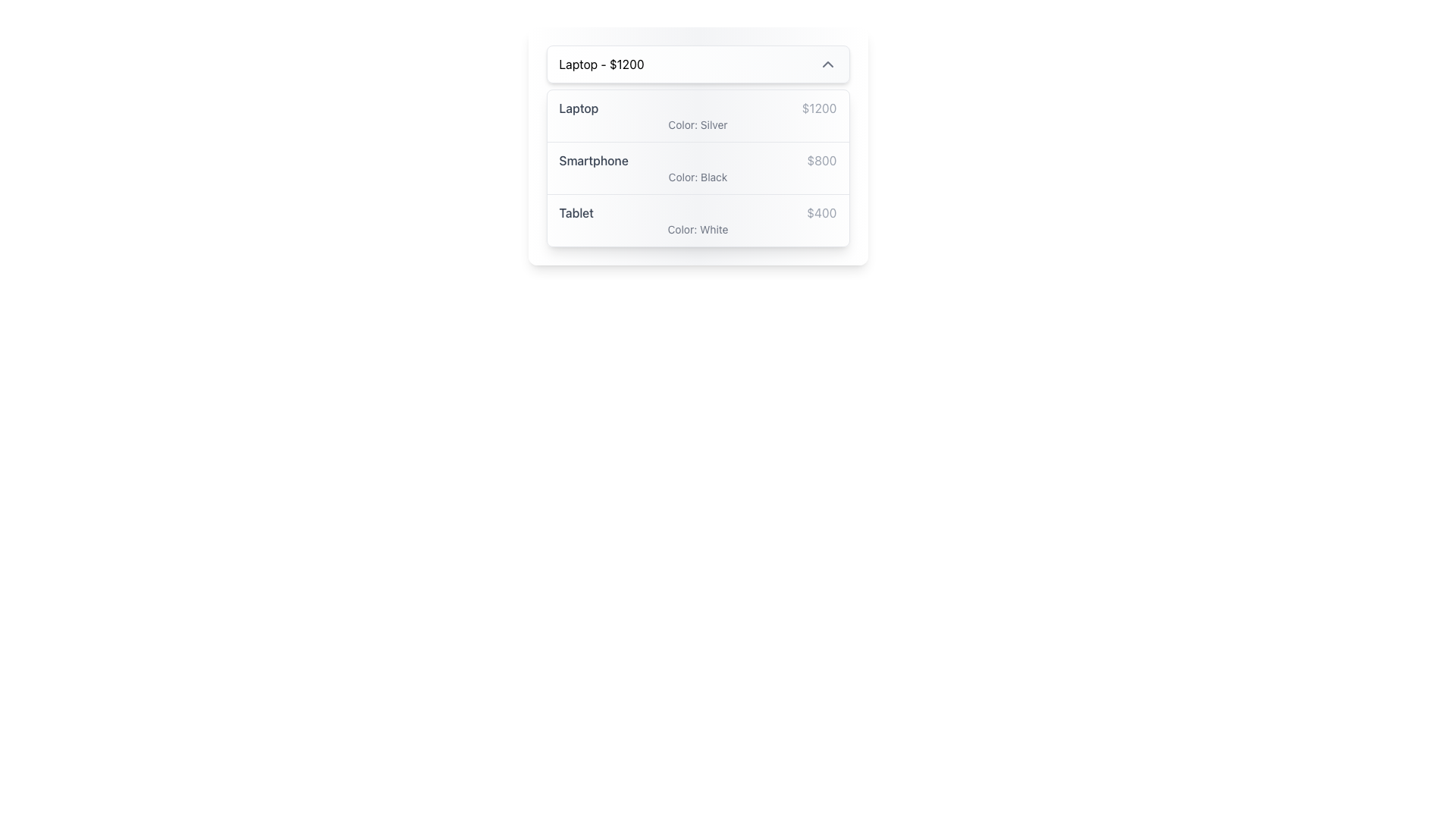  What do you see at coordinates (697, 177) in the screenshot?
I see `additional information text element about the color property of the 'Smartphone' item, located below the main item description and price` at bounding box center [697, 177].